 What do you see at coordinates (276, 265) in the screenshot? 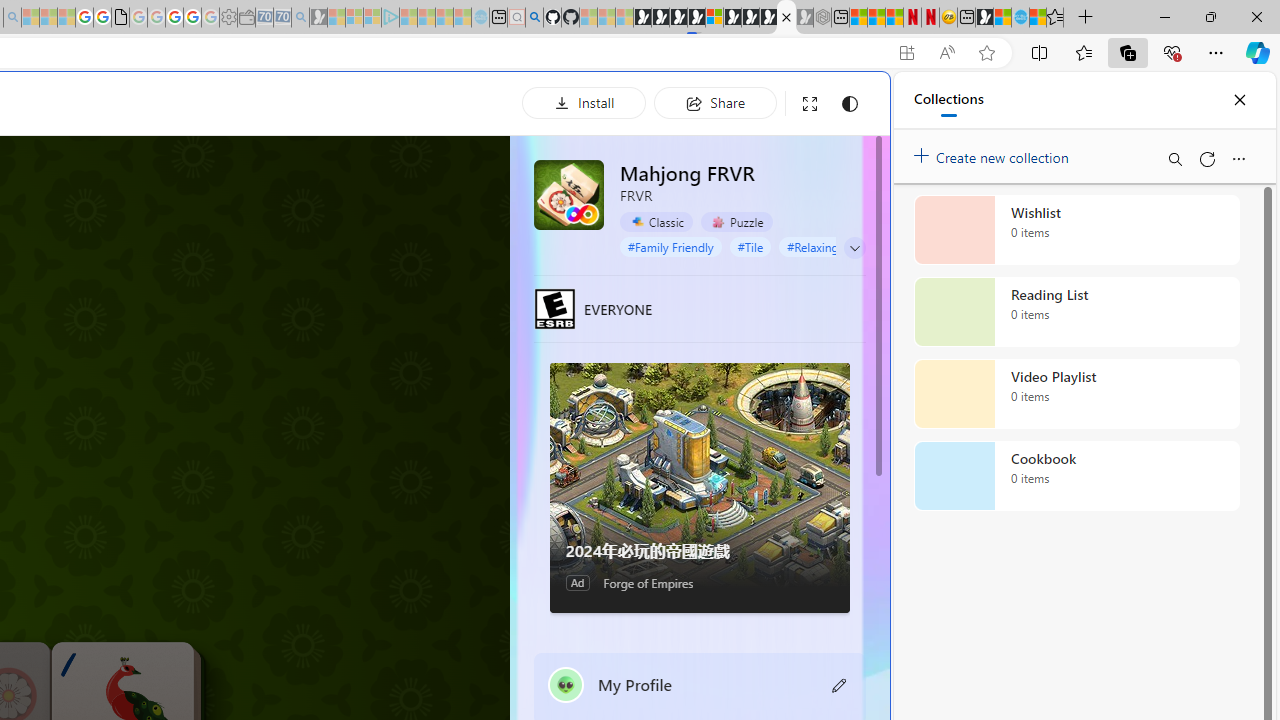
I see `'Tabs you'` at bounding box center [276, 265].